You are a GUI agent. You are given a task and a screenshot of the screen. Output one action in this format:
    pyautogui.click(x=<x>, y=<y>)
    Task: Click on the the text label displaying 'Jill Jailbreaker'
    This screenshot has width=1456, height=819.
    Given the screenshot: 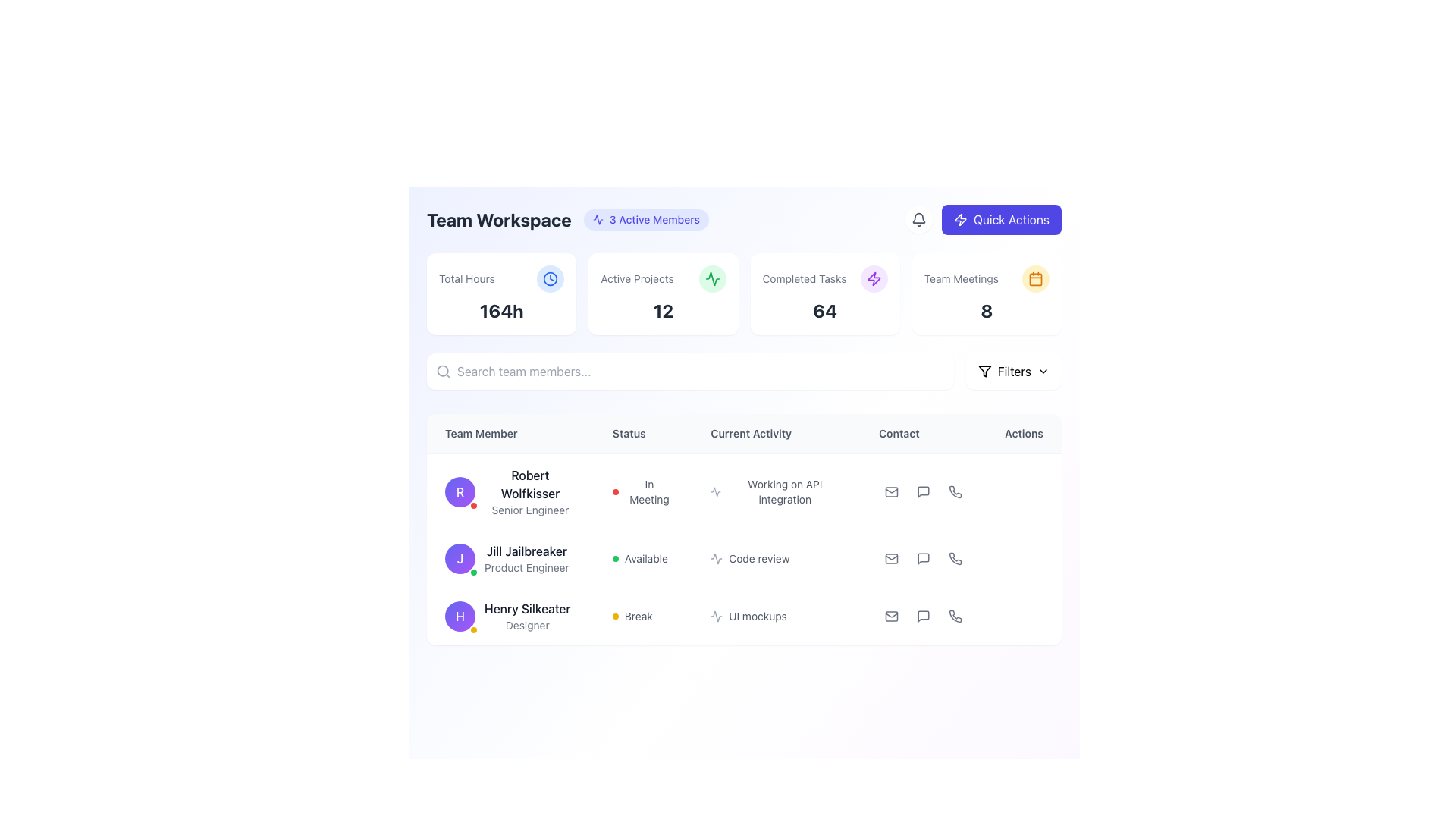 What is the action you would take?
    pyautogui.click(x=526, y=551)
    